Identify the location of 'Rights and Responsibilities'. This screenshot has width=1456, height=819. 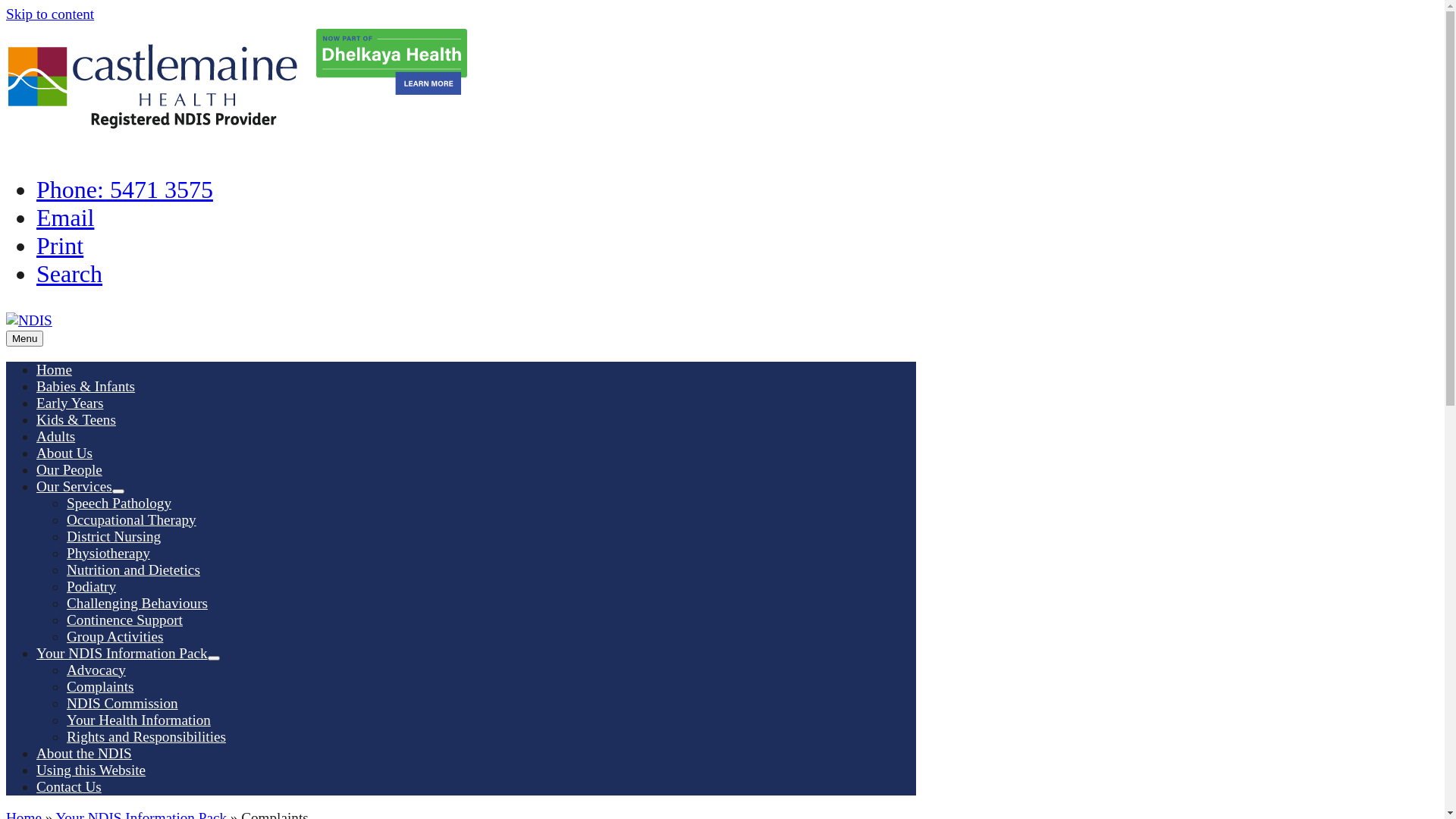
(146, 736).